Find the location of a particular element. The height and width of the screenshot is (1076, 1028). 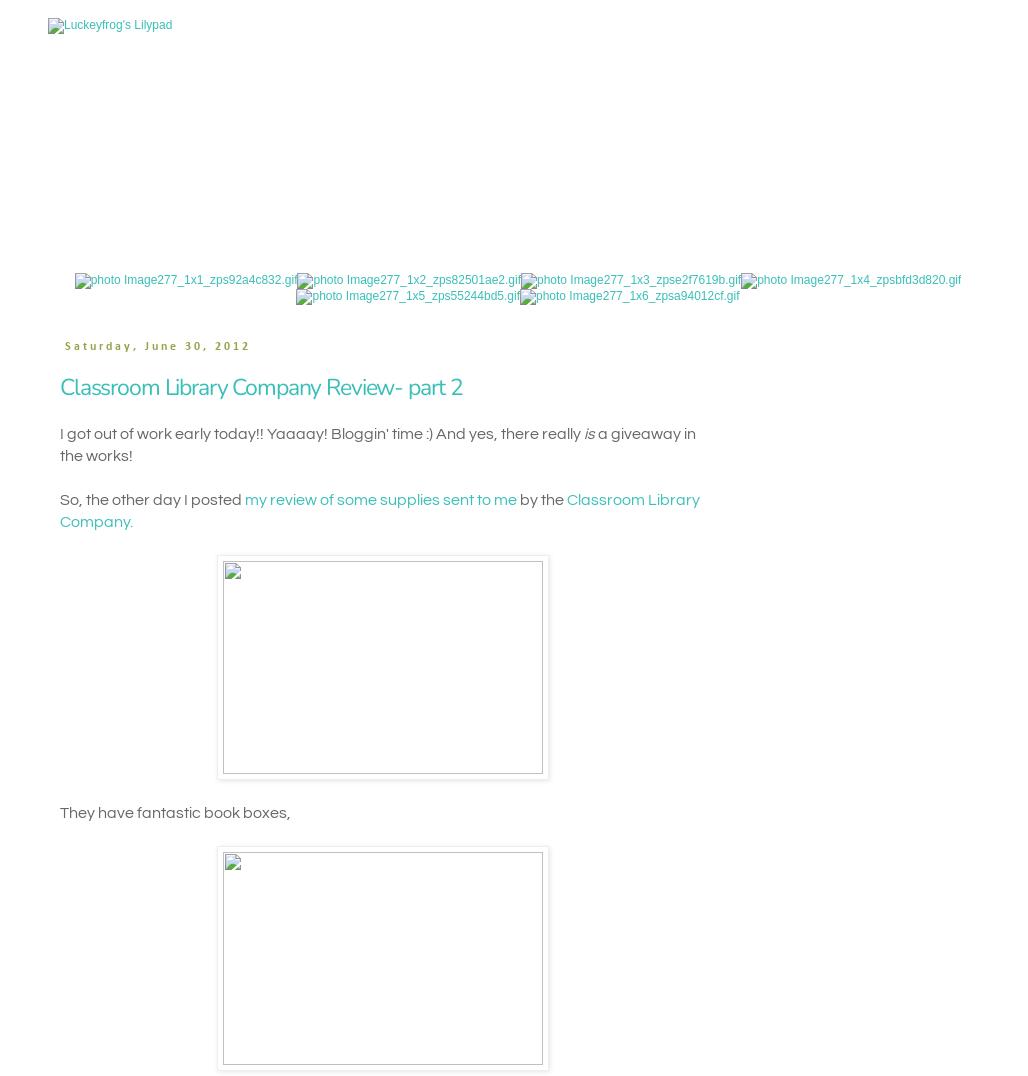

'is' is located at coordinates (588, 433).